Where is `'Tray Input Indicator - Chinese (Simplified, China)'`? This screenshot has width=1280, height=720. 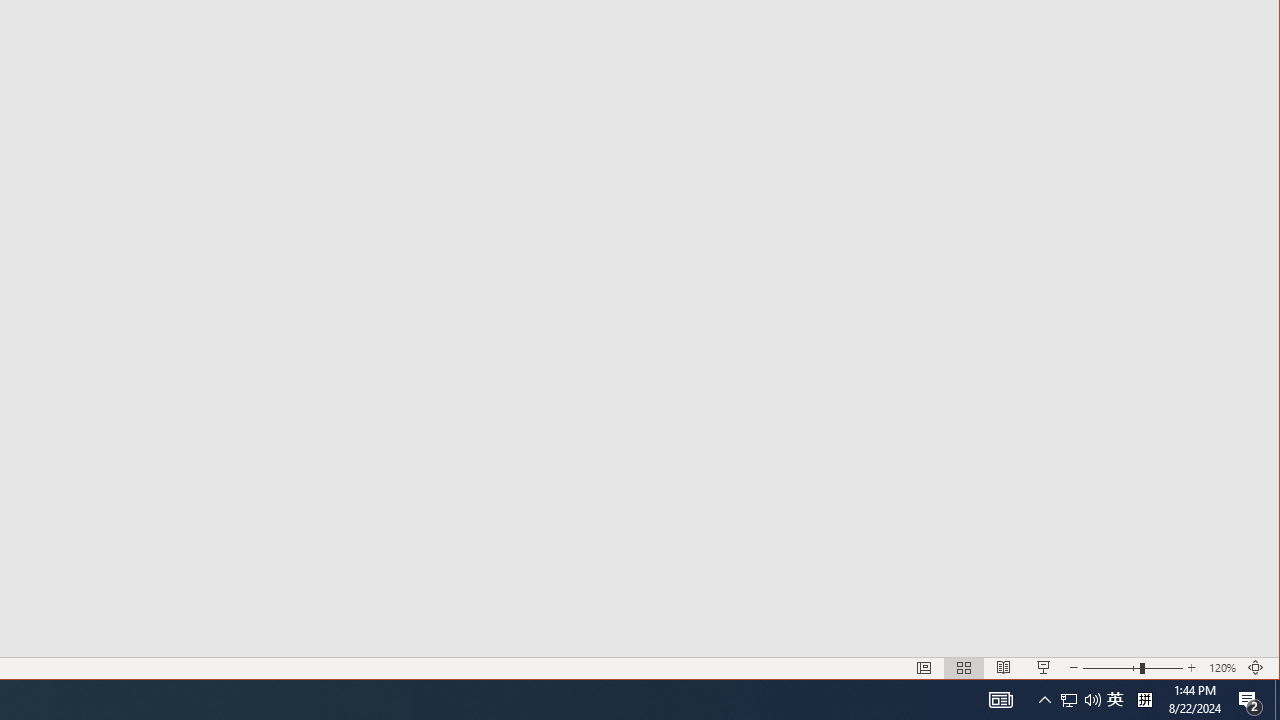 'Tray Input Indicator - Chinese (Simplified, China)' is located at coordinates (1144, 698).